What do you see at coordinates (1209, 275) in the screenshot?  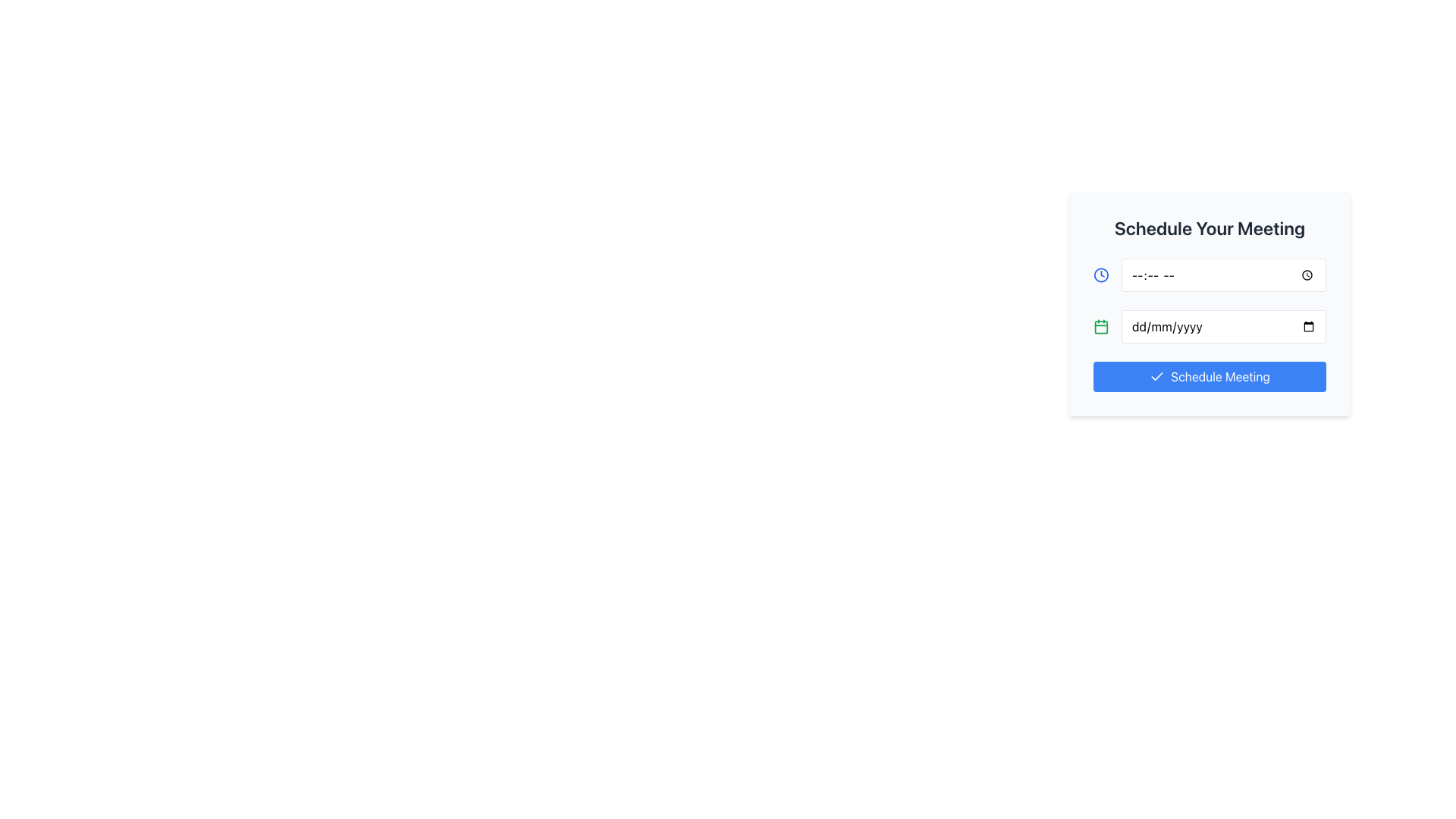 I see `inside the time input field of the scheduling form` at bounding box center [1209, 275].